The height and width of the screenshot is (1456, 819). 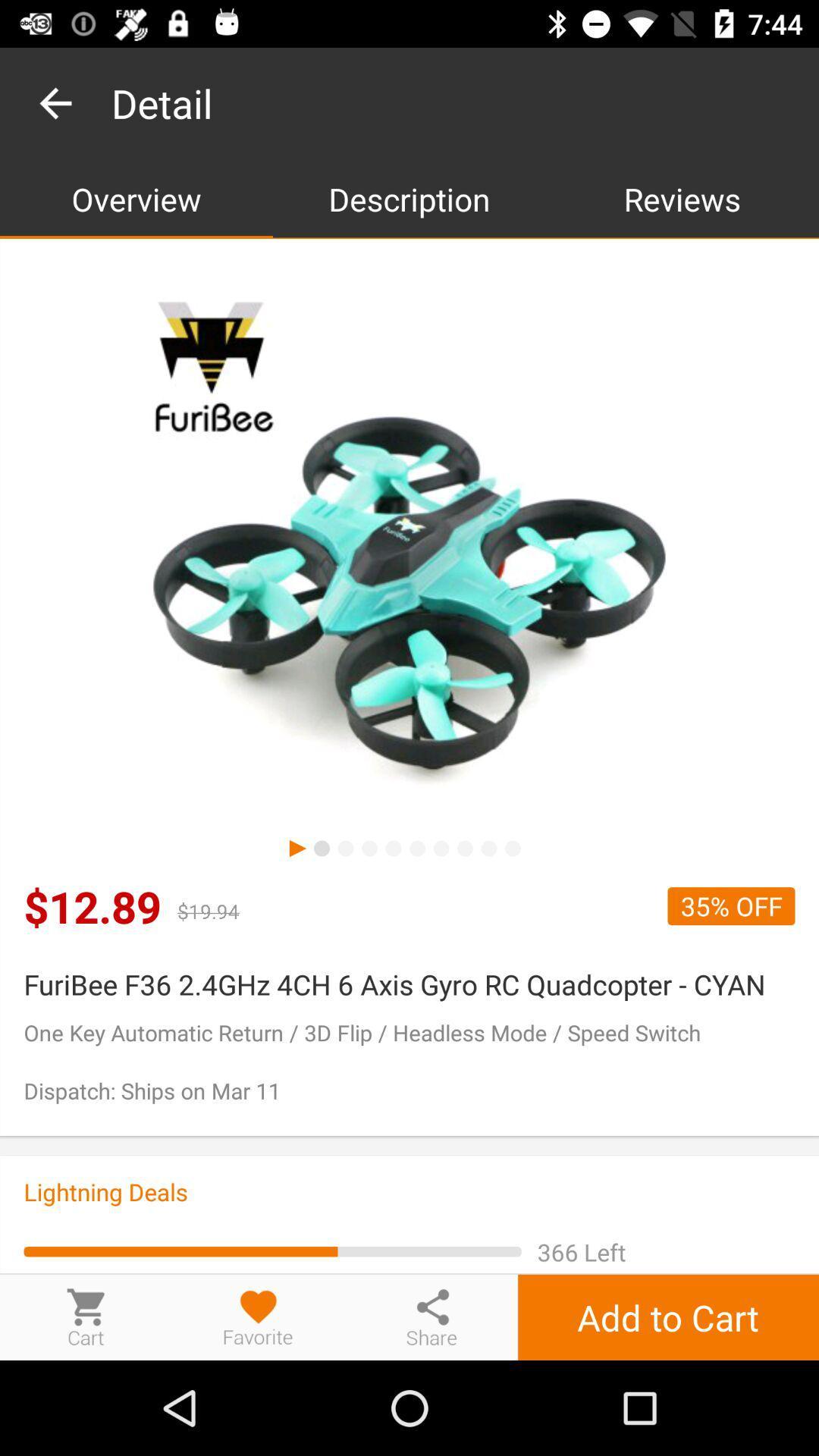 What do you see at coordinates (258, 1316) in the screenshot?
I see `option` at bounding box center [258, 1316].